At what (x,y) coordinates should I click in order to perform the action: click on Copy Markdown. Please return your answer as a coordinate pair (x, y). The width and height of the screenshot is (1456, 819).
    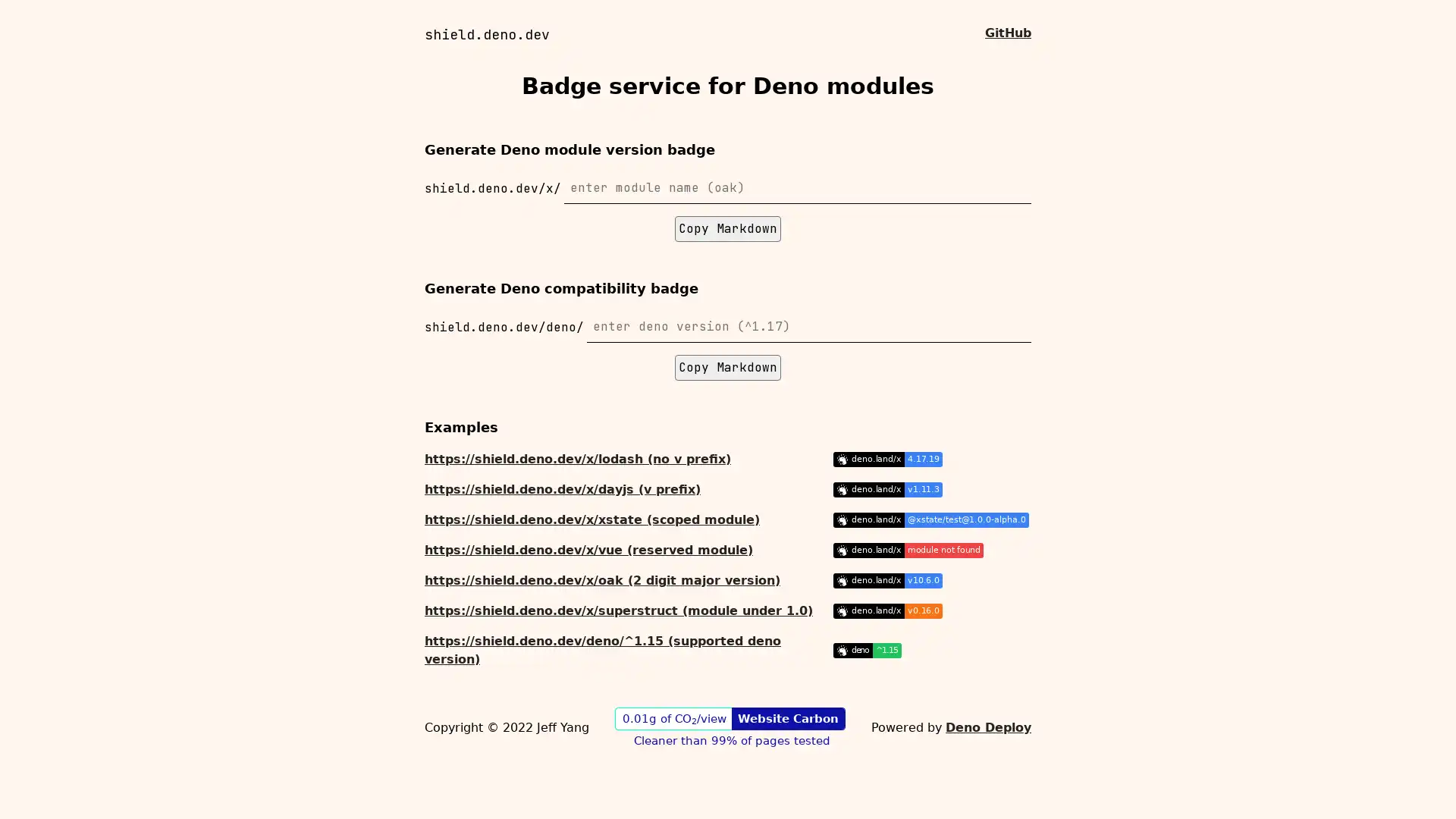
    Looking at the image, I should click on (728, 368).